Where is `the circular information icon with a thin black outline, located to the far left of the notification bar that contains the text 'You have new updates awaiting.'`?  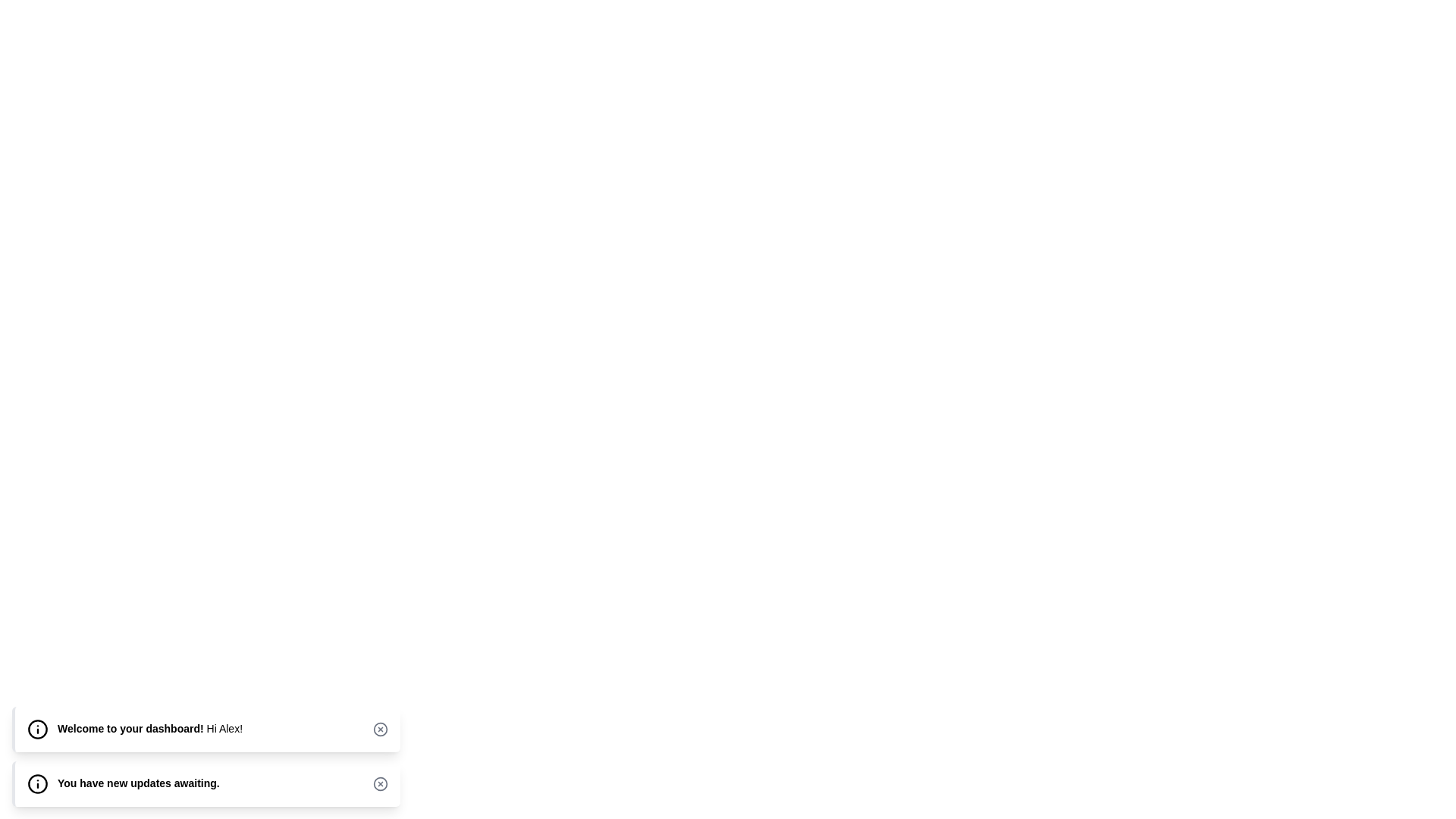
the circular information icon with a thin black outline, located to the far left of the notification bar that contains the text 'You have new updates awaiting.' is located at coordinates (37, 783).